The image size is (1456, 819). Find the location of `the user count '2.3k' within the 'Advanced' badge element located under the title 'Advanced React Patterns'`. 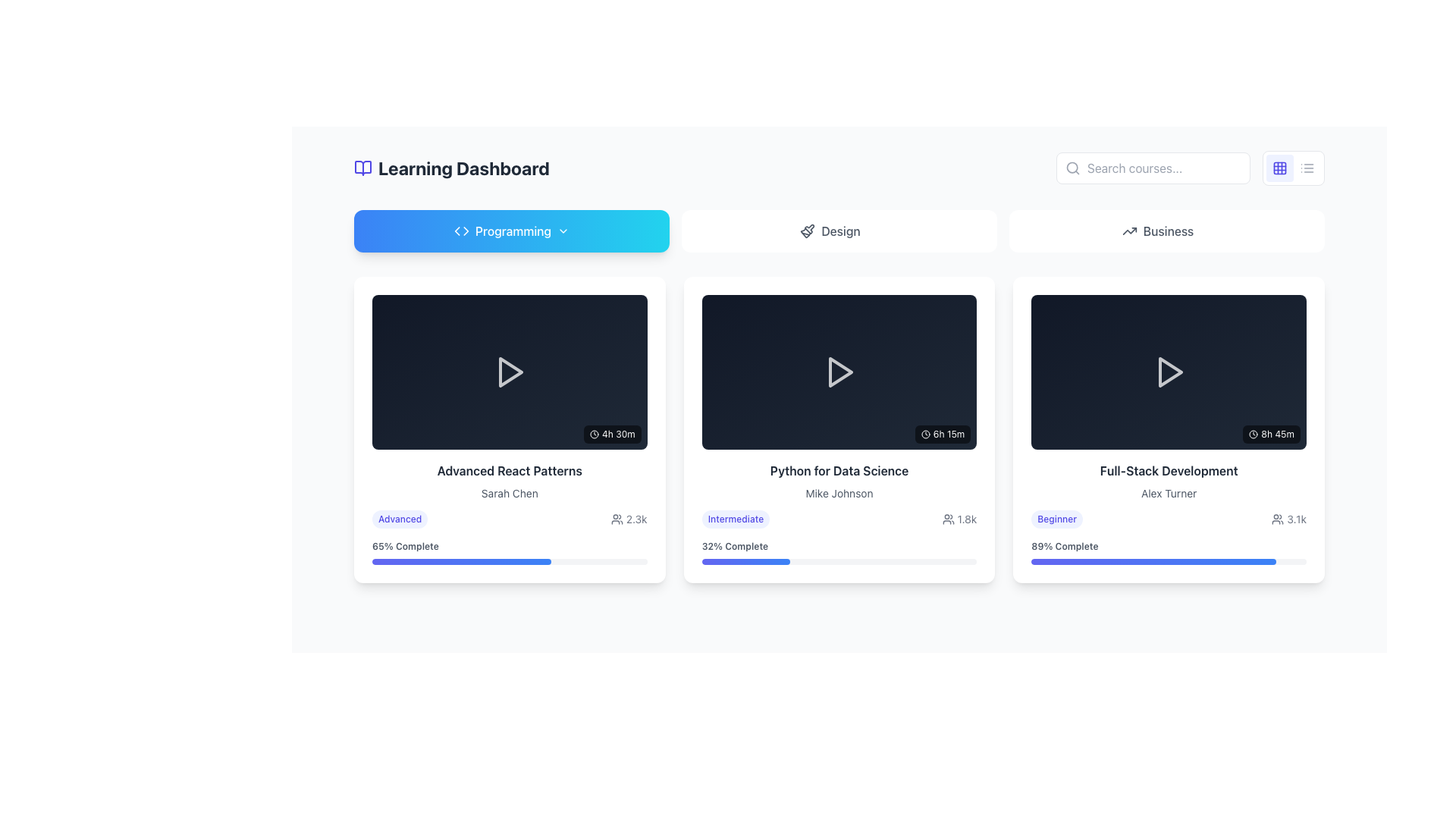

the user count '2.3k' within the 'Advanced' badge element located under the title 'Advanced React Patterns' is located at coordinates (510, 518).